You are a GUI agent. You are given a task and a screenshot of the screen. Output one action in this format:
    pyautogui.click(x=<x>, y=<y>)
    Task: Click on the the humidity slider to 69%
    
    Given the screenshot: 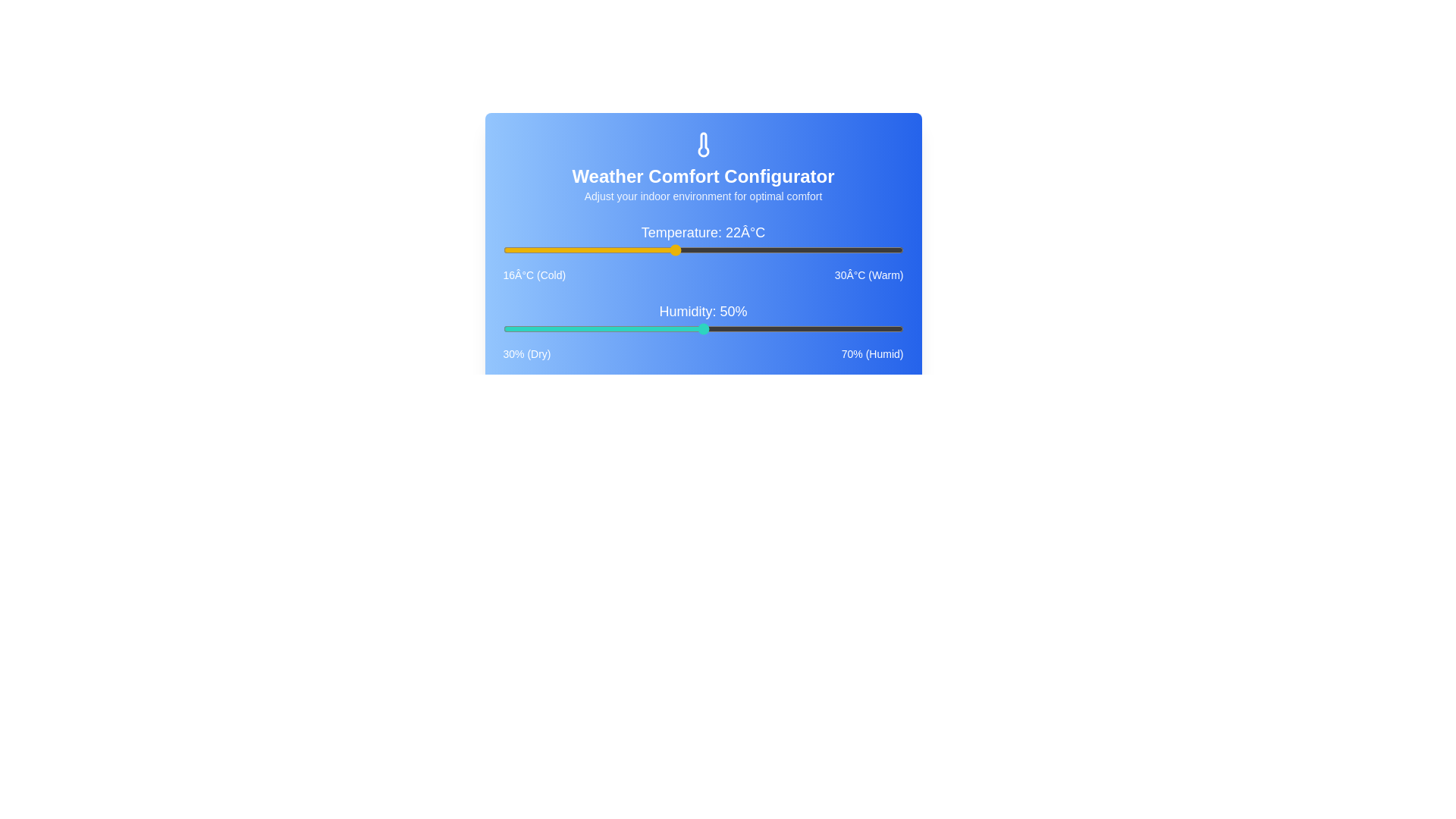 What is the action you would take?
    pyautogui.click(x=893, y=328)
    